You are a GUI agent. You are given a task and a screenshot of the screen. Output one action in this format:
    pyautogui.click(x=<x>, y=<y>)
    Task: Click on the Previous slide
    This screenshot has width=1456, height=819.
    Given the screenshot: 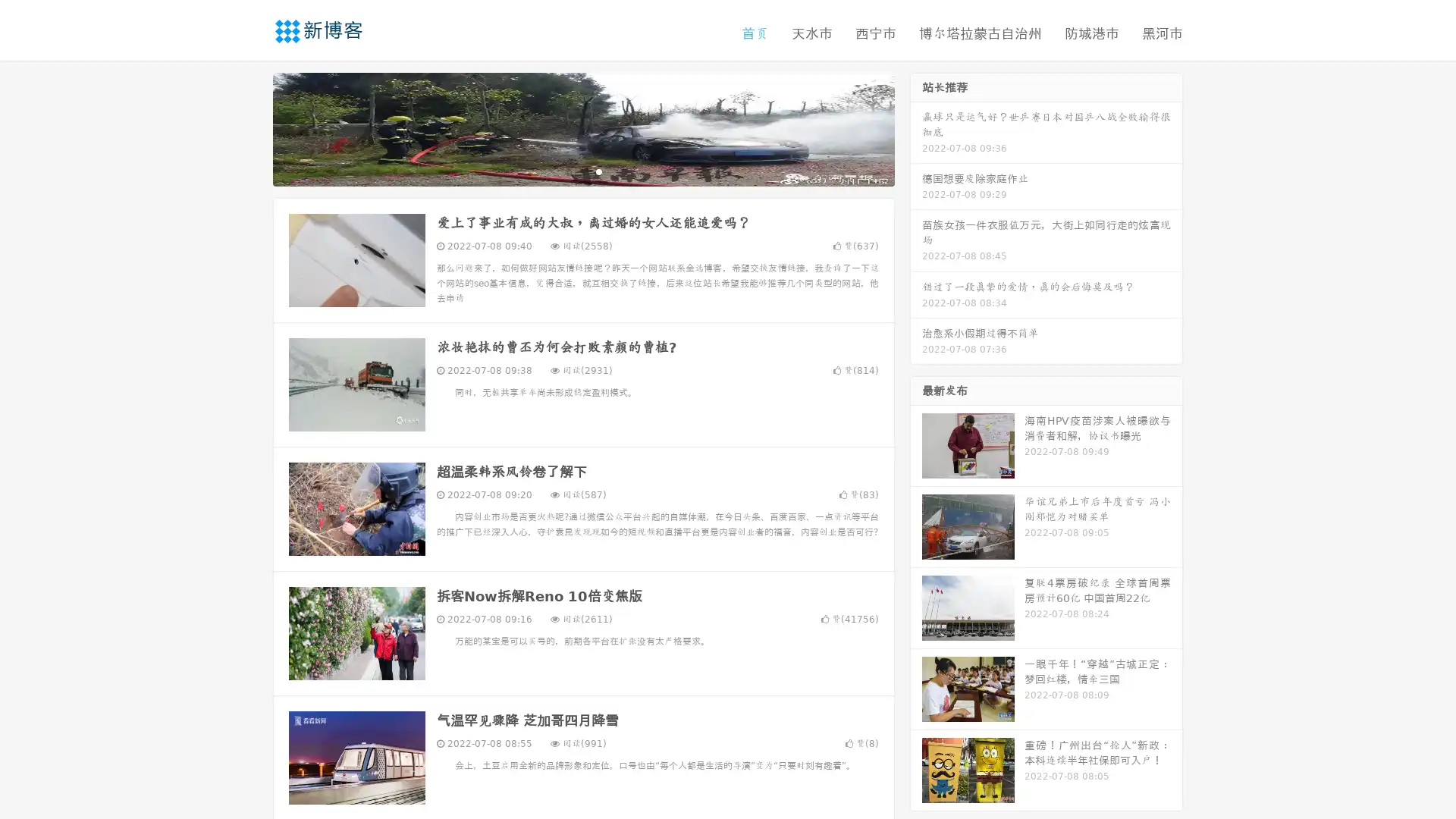 What is the action you would take?
    pyautogui.click(x=250, y=127)
    